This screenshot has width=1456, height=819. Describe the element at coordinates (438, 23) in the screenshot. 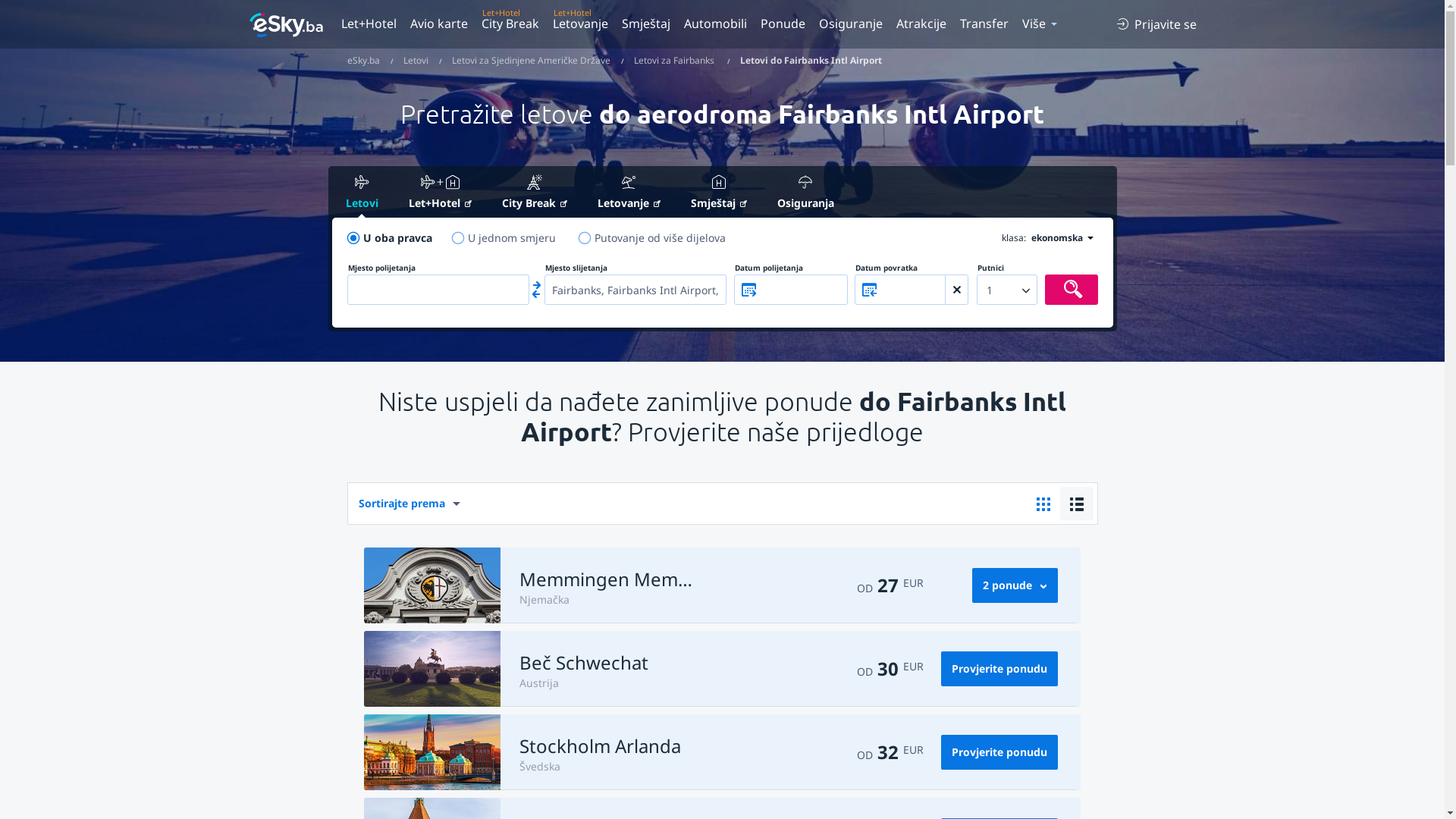

I see `'Avio karte'` at that location.